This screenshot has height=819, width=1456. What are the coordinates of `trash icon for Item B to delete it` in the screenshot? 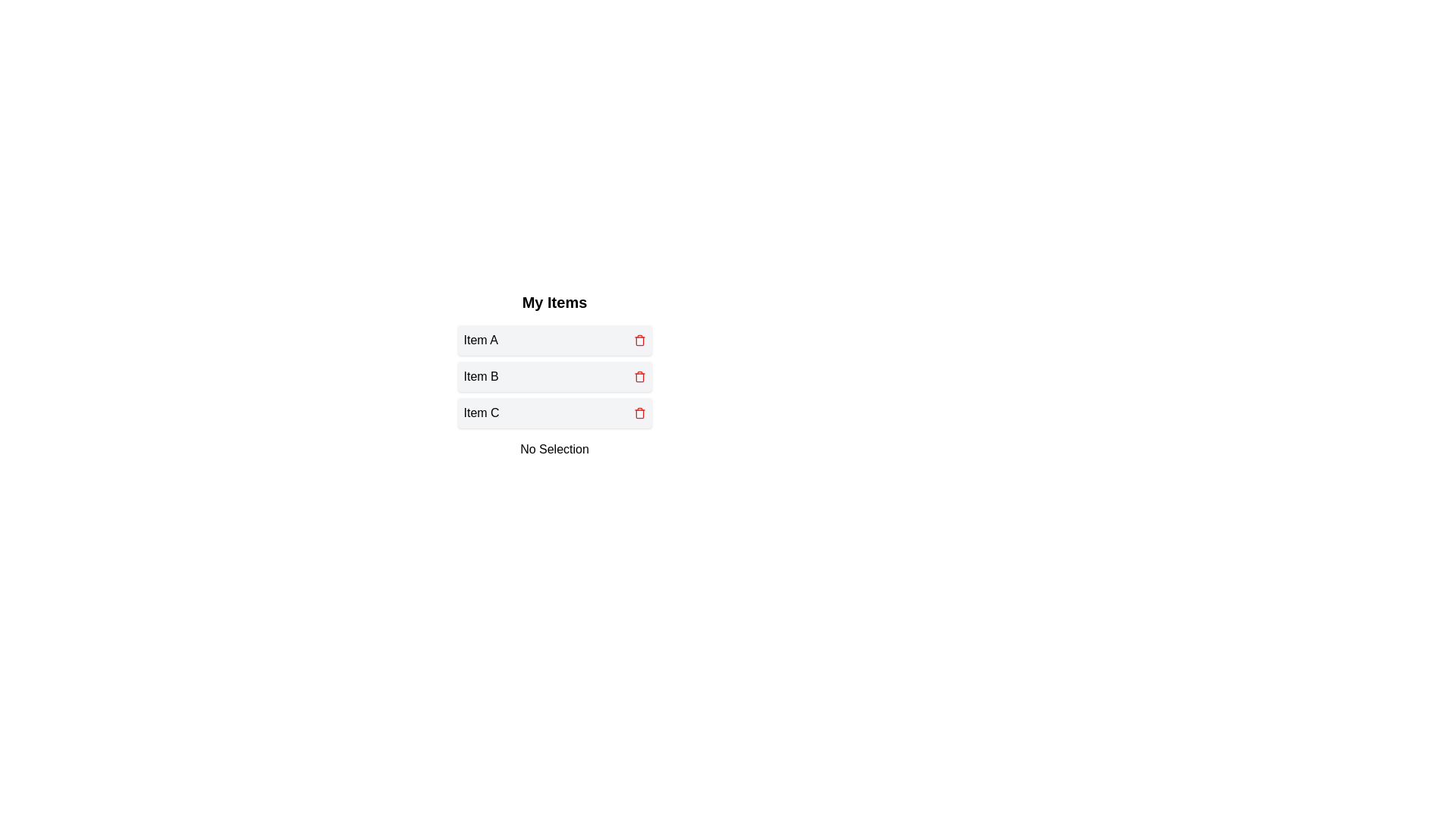 It's located at (639, 376).